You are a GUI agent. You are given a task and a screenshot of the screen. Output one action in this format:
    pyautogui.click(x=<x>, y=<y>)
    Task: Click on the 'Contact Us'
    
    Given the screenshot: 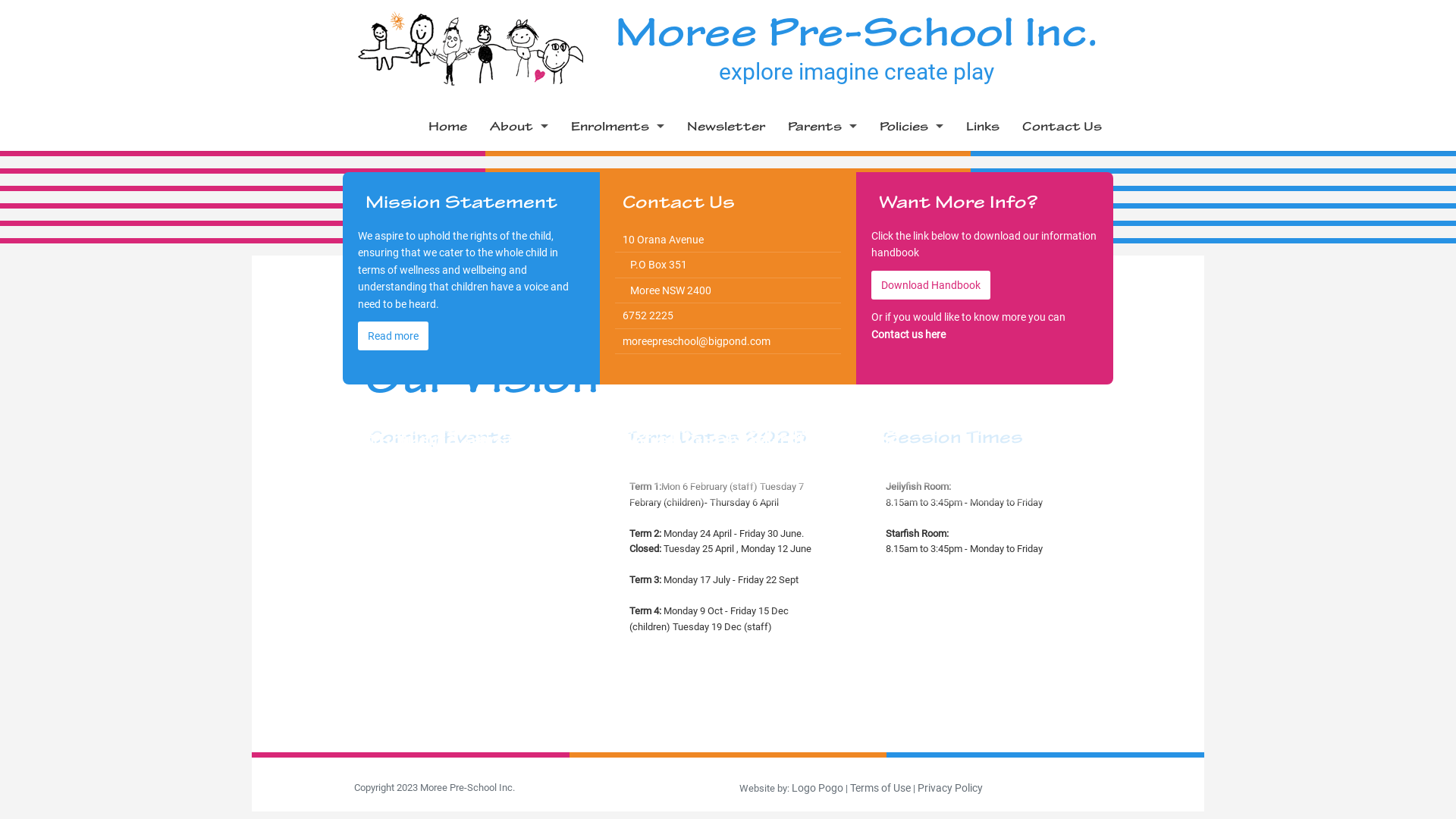 What is the action you would take?
    pyautogui.click(x=1061, y=125)
    